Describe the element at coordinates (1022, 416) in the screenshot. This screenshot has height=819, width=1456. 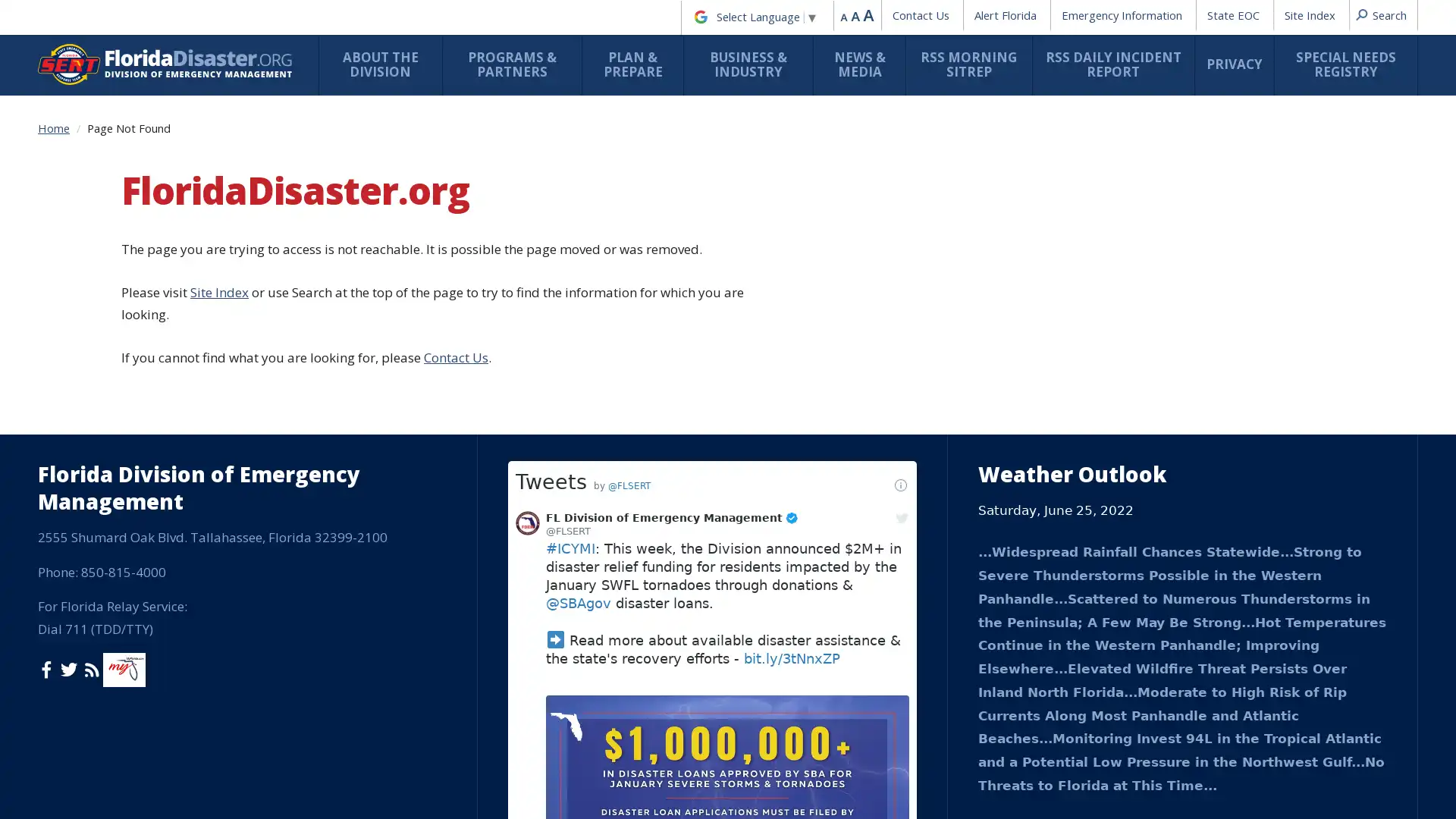
I see `Toggle More` at that location.